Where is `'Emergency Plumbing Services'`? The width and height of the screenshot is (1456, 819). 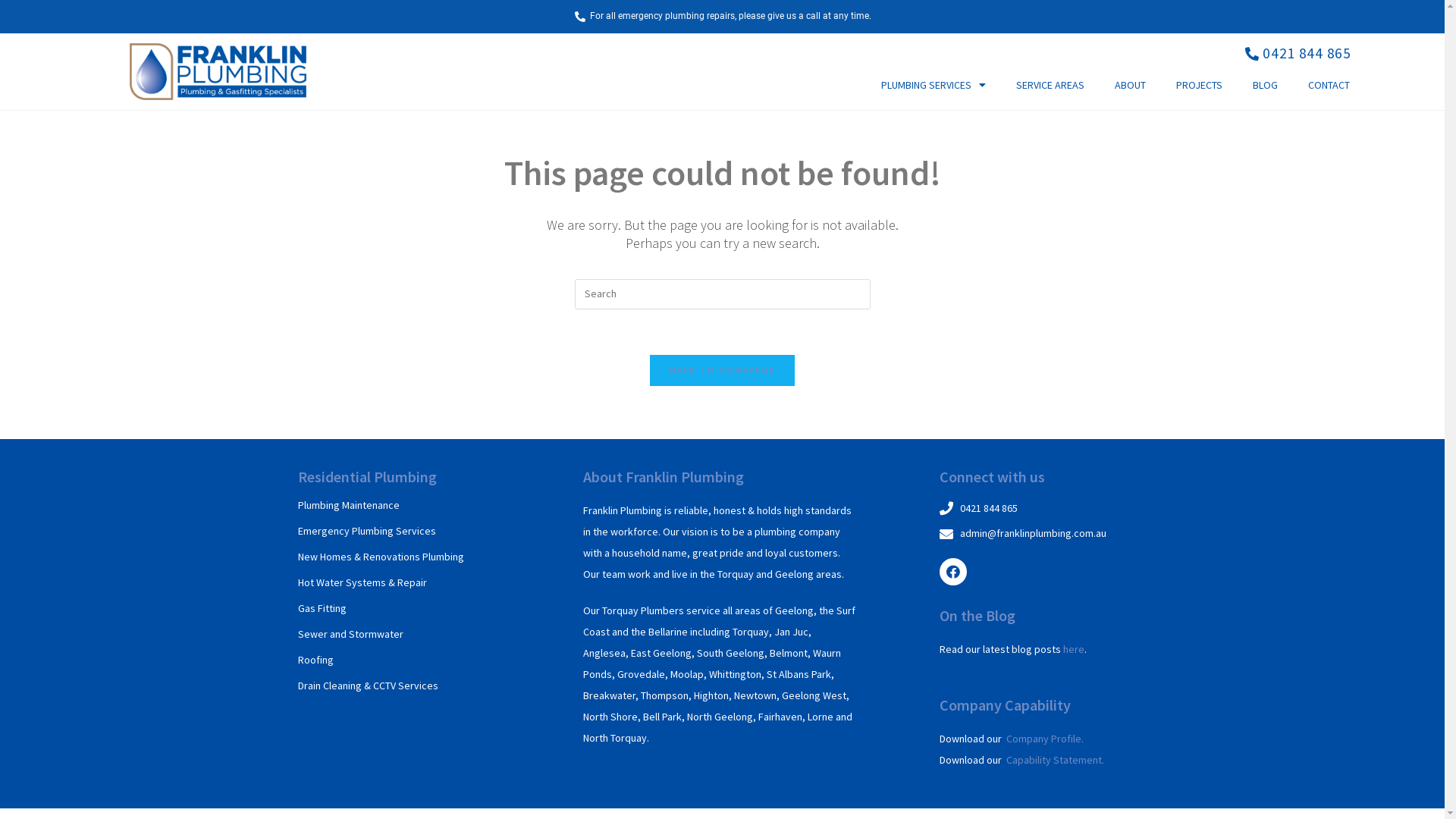 'Emergency Plumbing Services' is located at coordinates (366, 529).